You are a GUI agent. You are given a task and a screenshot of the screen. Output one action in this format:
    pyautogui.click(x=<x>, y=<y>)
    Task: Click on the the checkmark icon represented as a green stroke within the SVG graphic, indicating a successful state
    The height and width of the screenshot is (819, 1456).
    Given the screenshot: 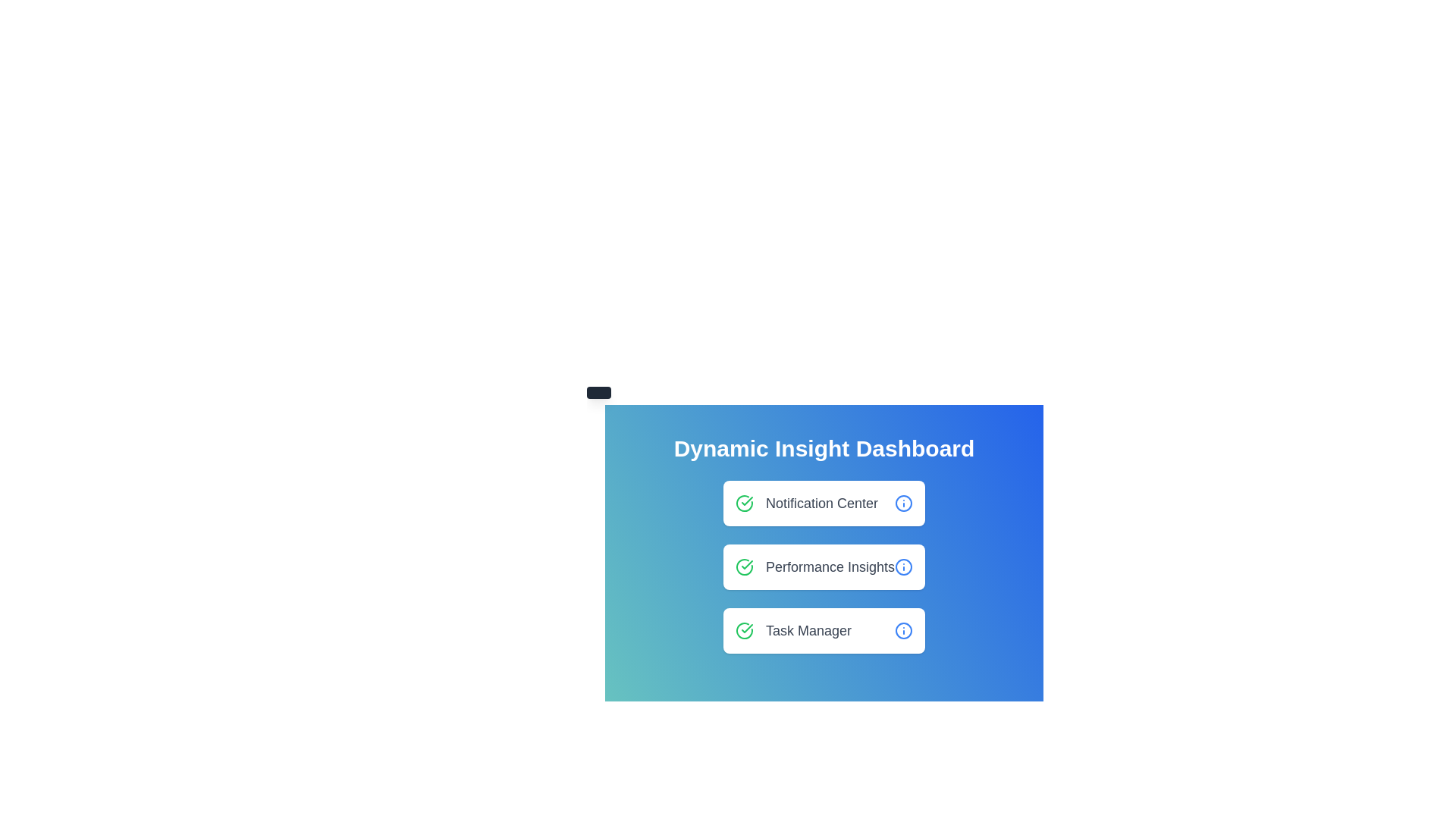 What is the action you would take?
    pyautogui.click(x=747, y=629)
    